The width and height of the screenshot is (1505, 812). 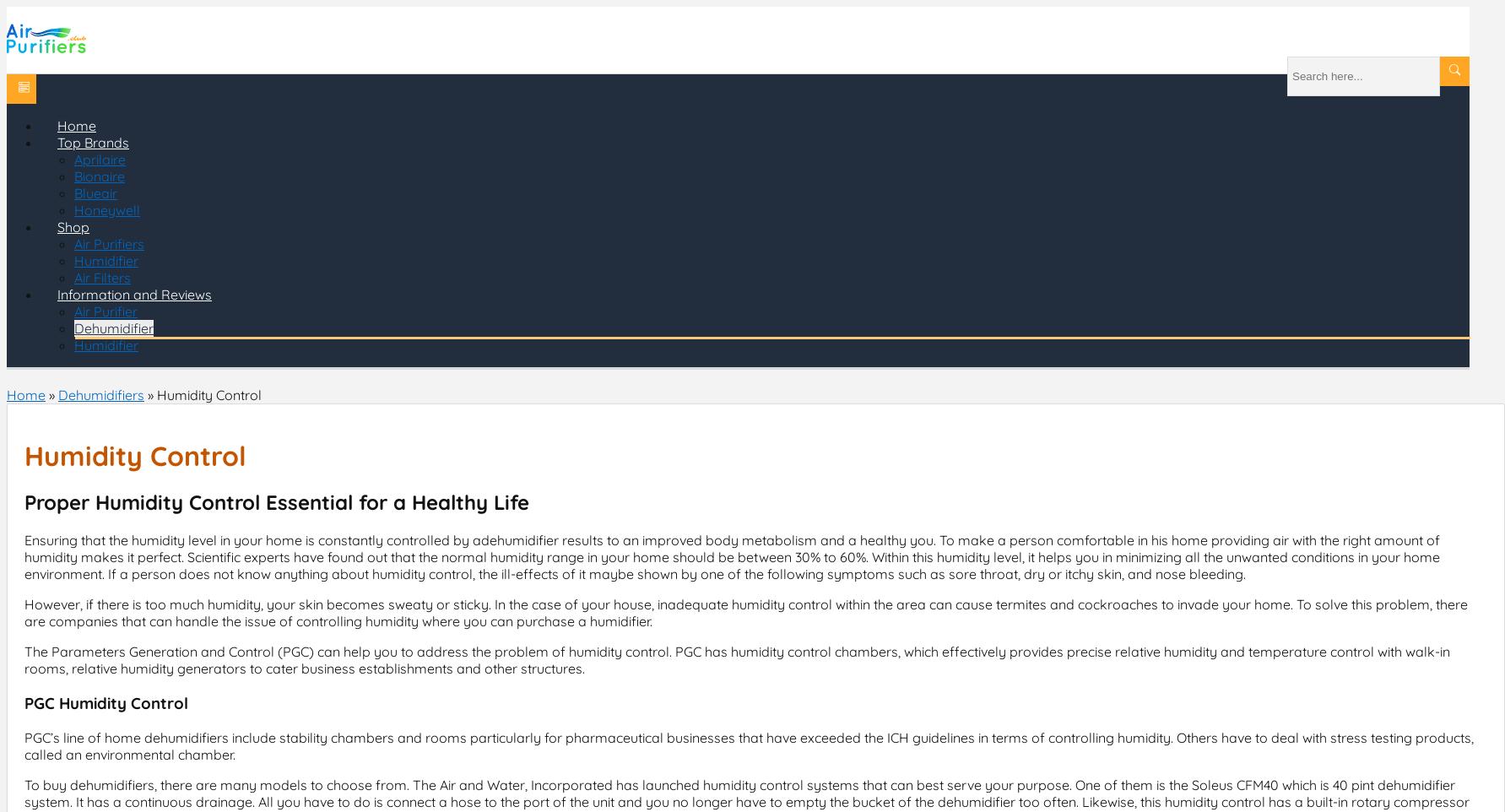 What do you see at coordinates (209, 395) in the screenshot?
I see `'Humidity Control'` at bounding box center [209, 395].